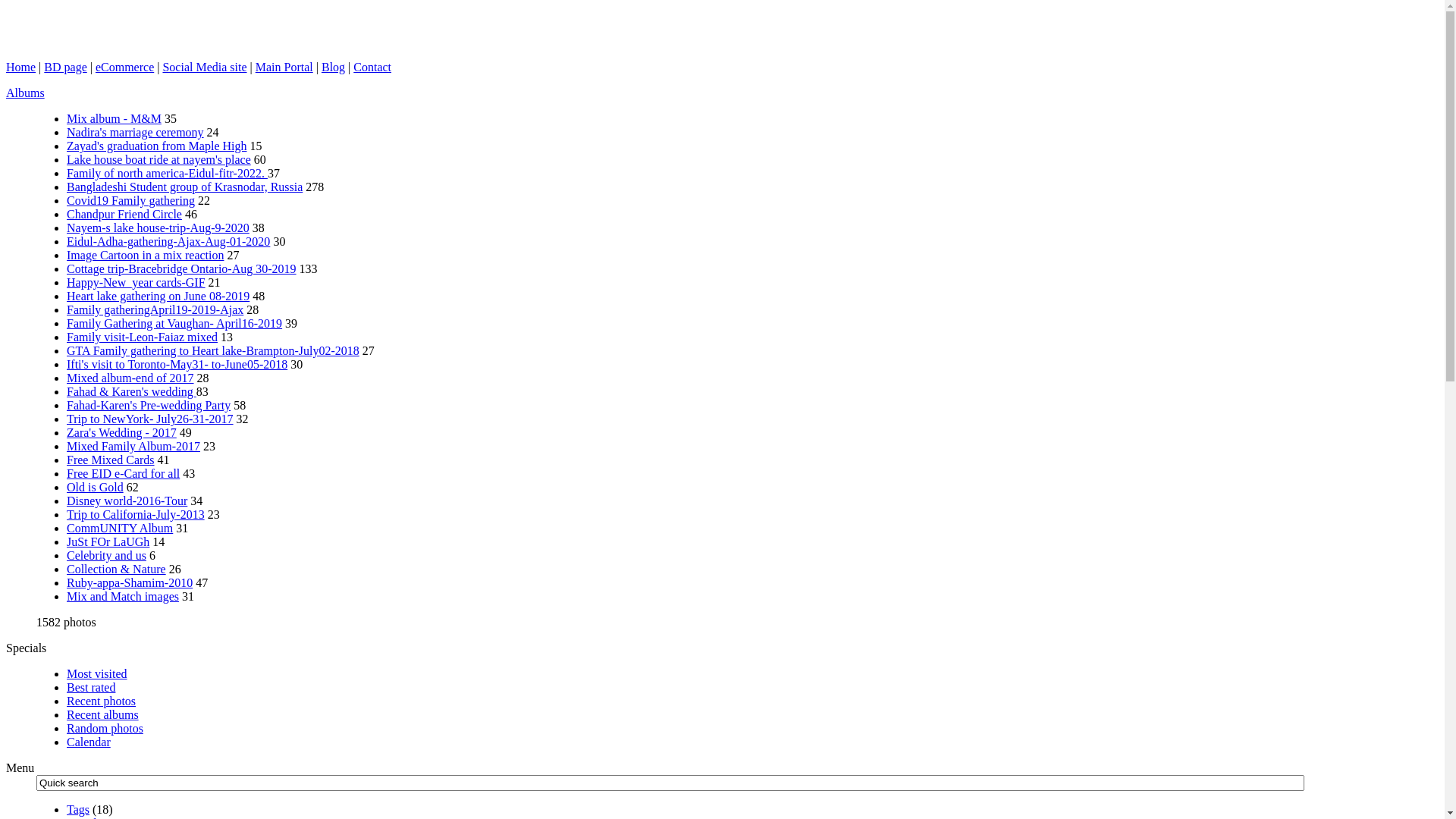 Image resolution: width=1456 pixels, height=819 pixels. Describe the element at coordinates (124, 214) in the screenshot. I see `'Chandpur Friend Circle'` at that location.